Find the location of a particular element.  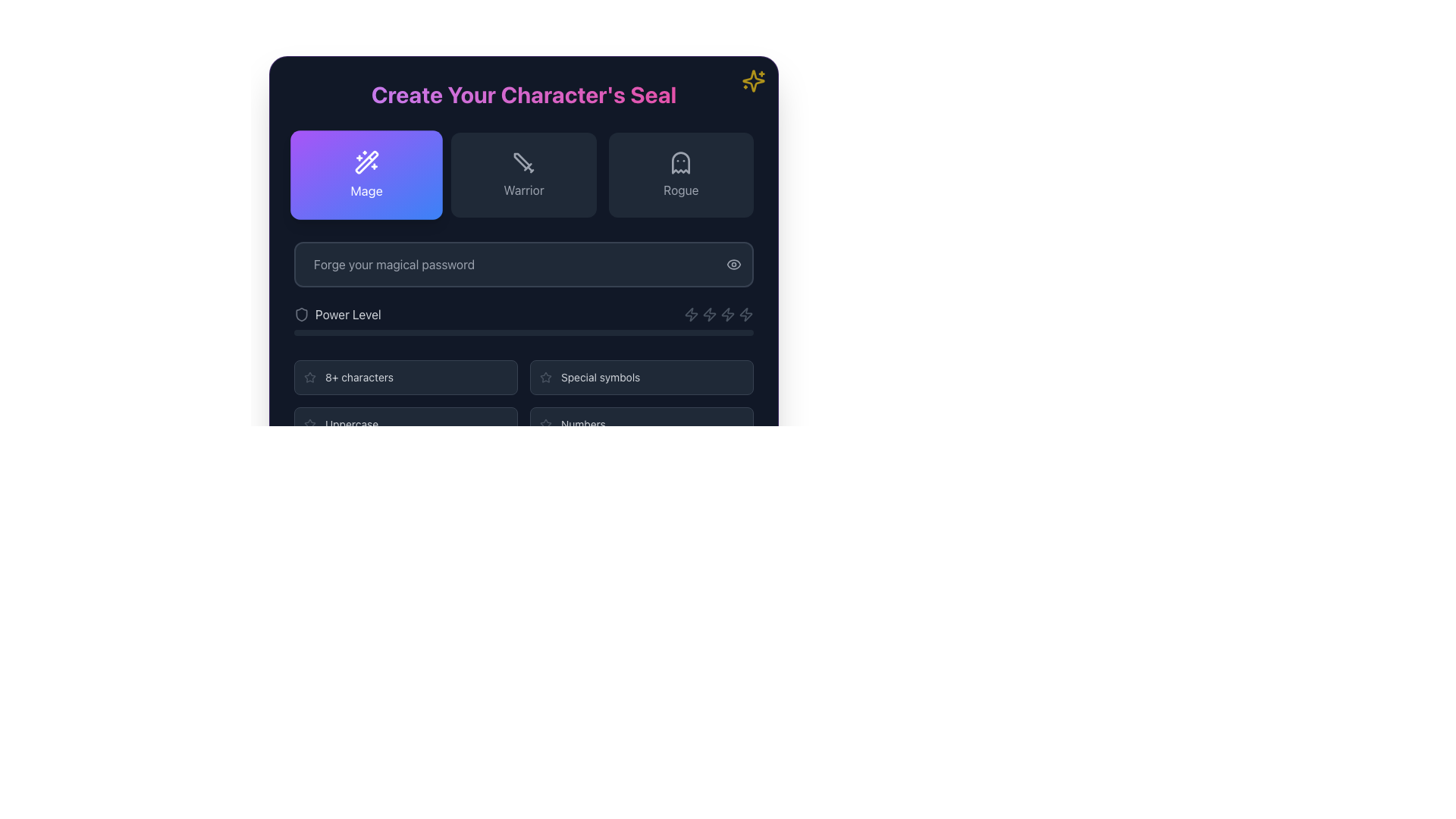

the progress bar is located at coordinates (707, 332).